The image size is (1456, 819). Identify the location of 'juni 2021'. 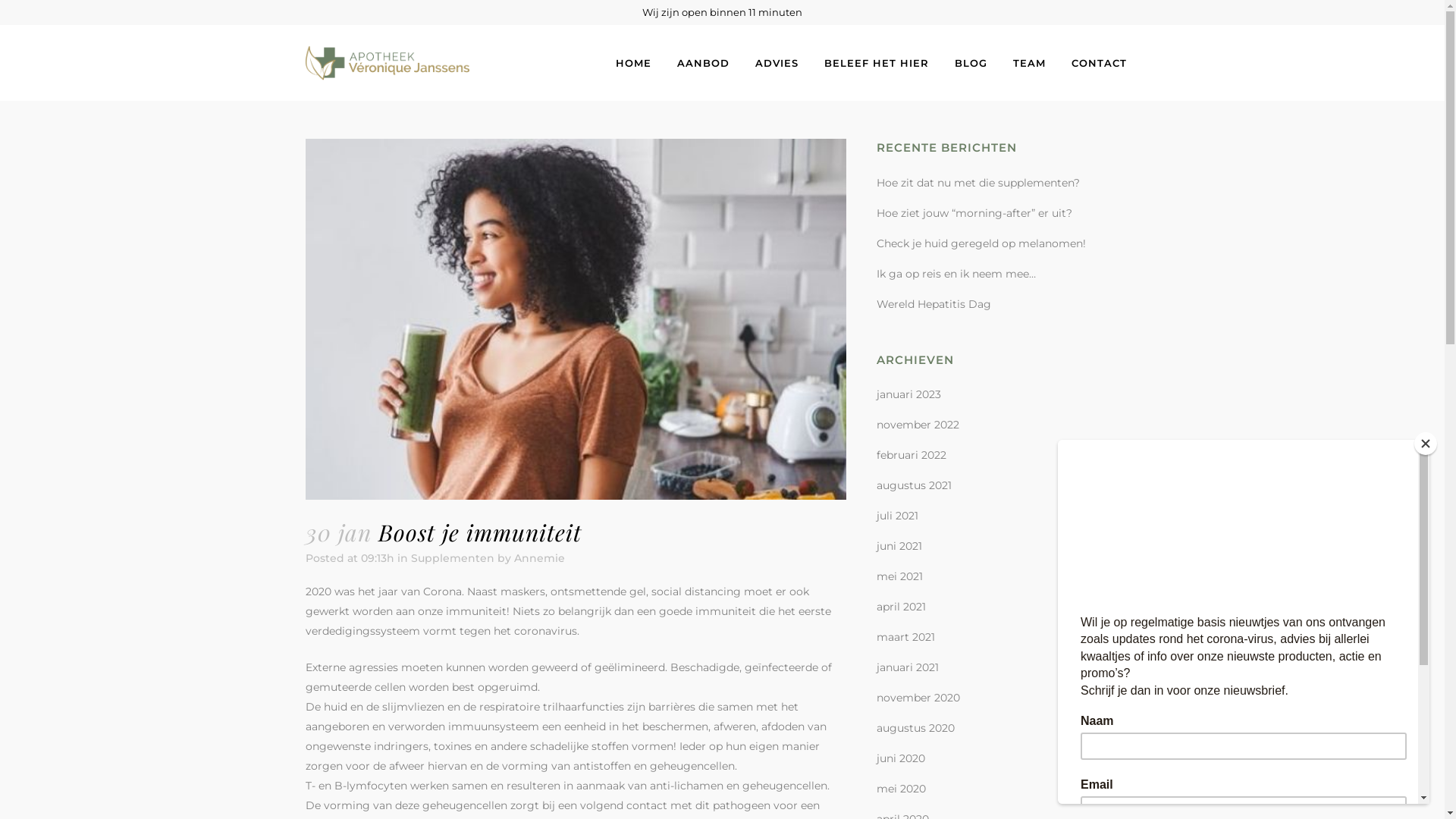
(899, 546).